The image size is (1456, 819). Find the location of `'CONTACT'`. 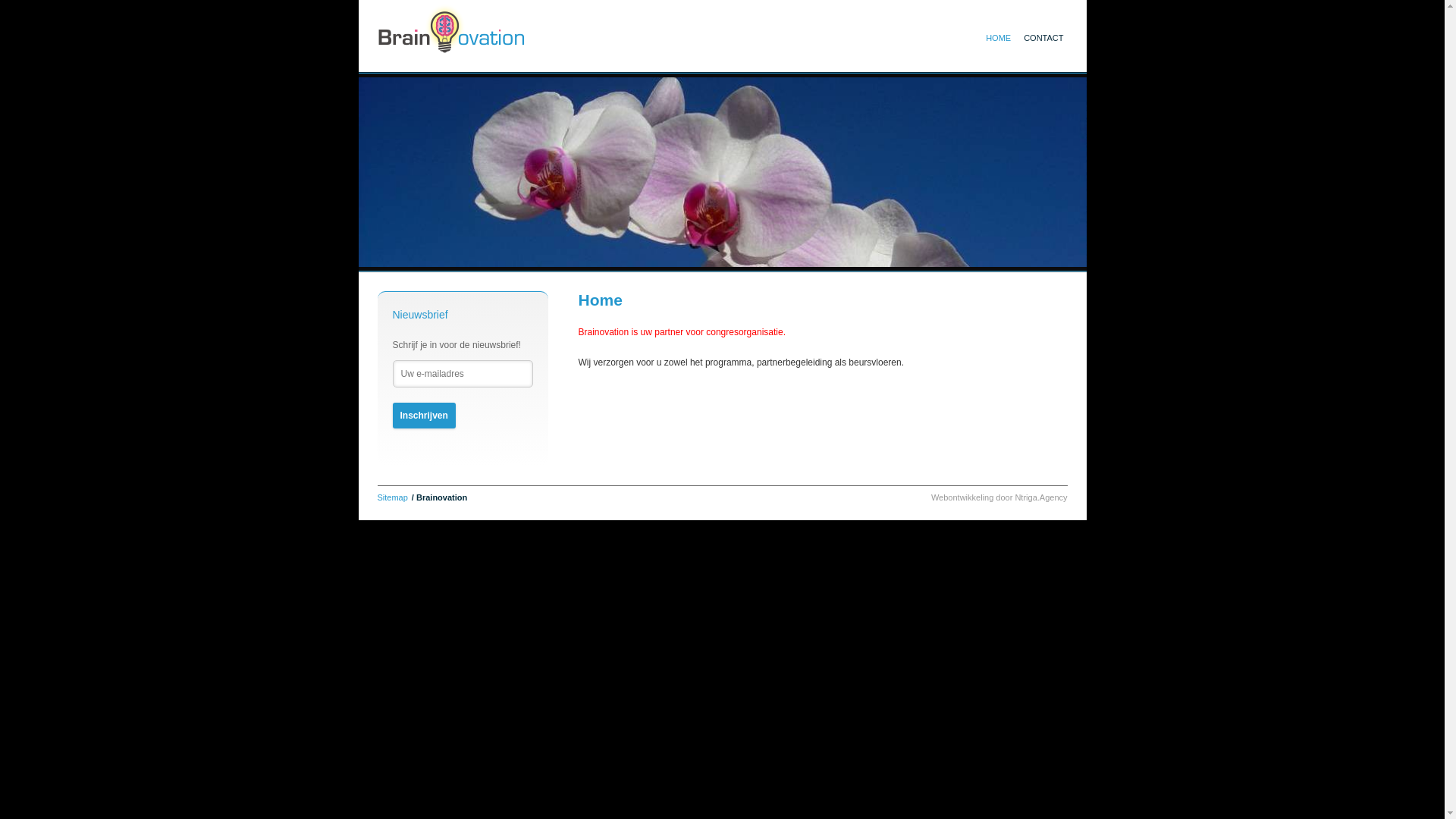

'CONTACT' is located at coordinates (1040, 37).